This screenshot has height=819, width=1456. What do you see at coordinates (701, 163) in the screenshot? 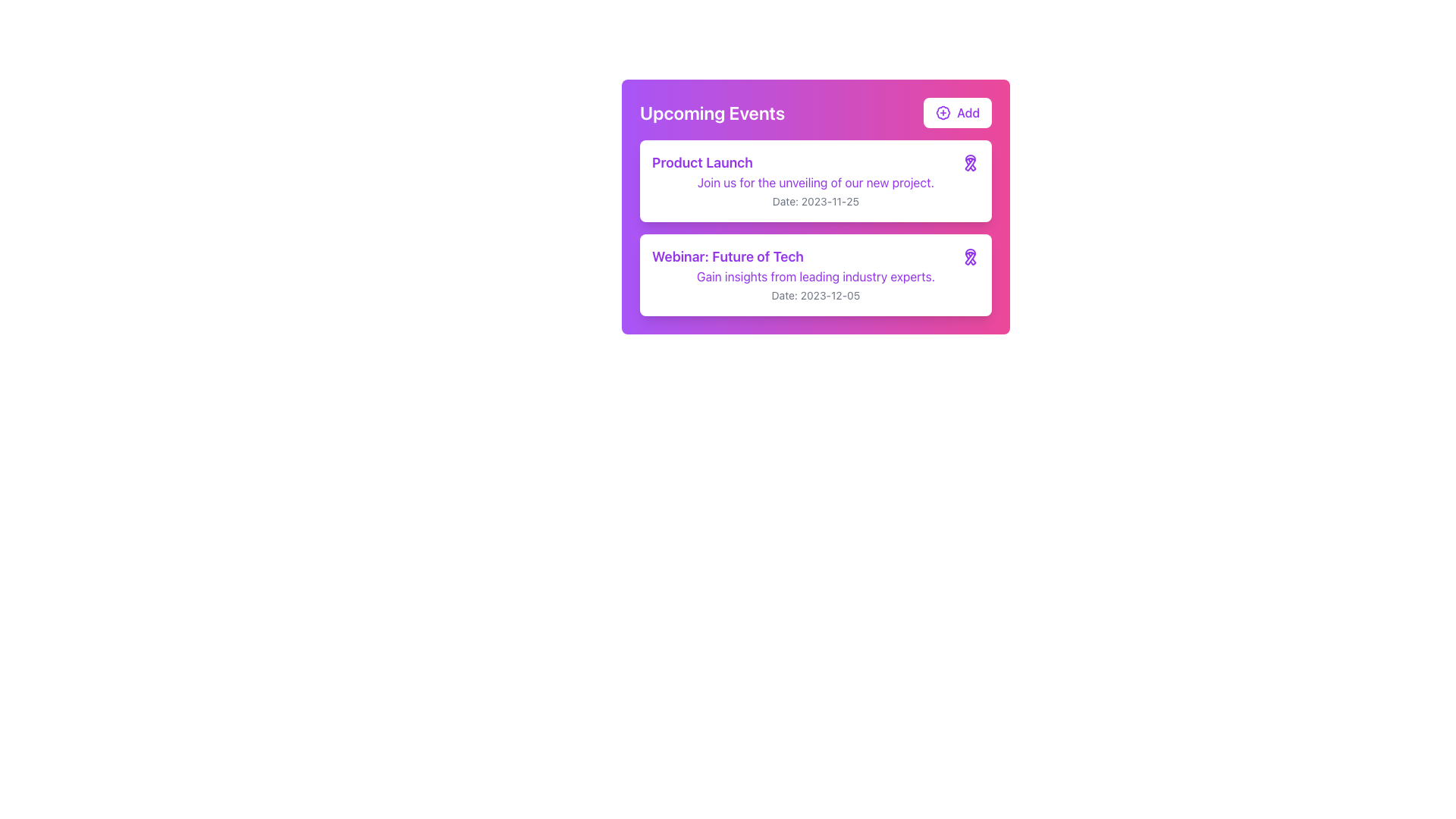
I see `the text label that serves as the title for an event, located in the top-left corner of the white card within the 'Upcoming Events' widget` at bounding box center [701, 163].